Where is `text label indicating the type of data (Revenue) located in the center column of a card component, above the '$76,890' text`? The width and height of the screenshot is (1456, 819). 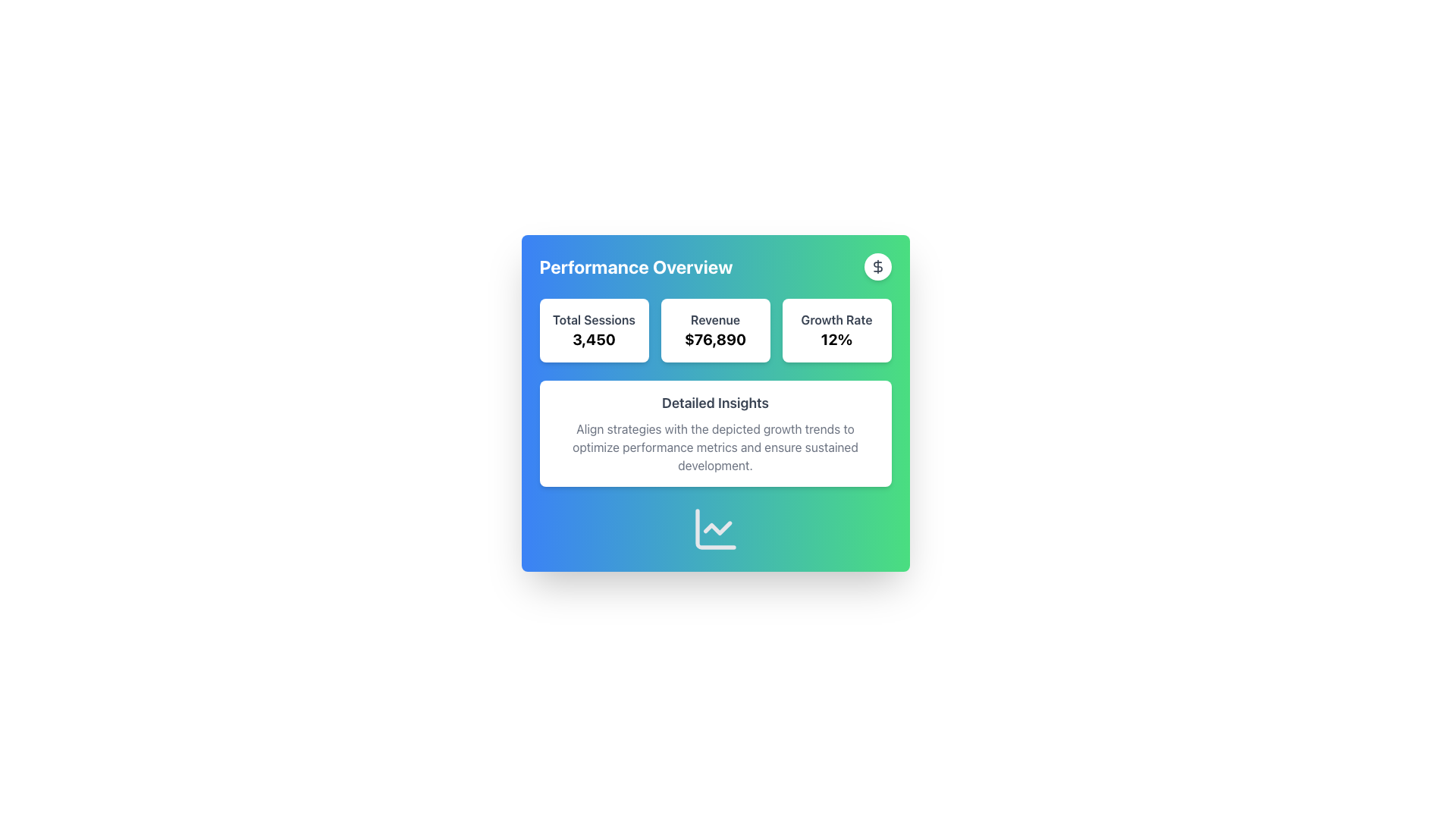
text label indicating the type of data (Revenue) located in the center column of a card component, above the '$76,890' text is located at coordinates (714, 318).